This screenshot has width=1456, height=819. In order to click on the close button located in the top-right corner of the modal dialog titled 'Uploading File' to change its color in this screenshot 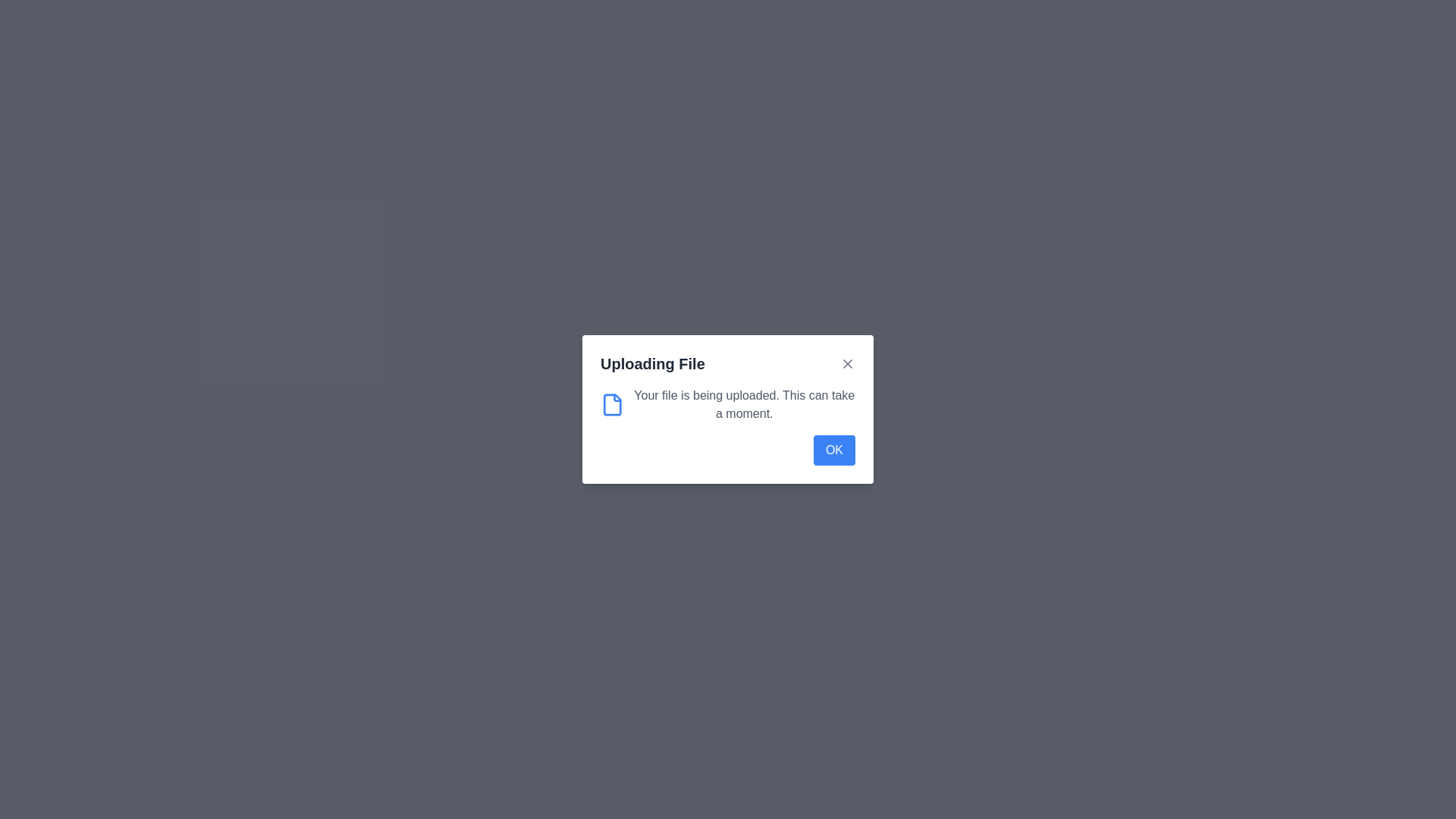, I will do `click(847, 363)`.